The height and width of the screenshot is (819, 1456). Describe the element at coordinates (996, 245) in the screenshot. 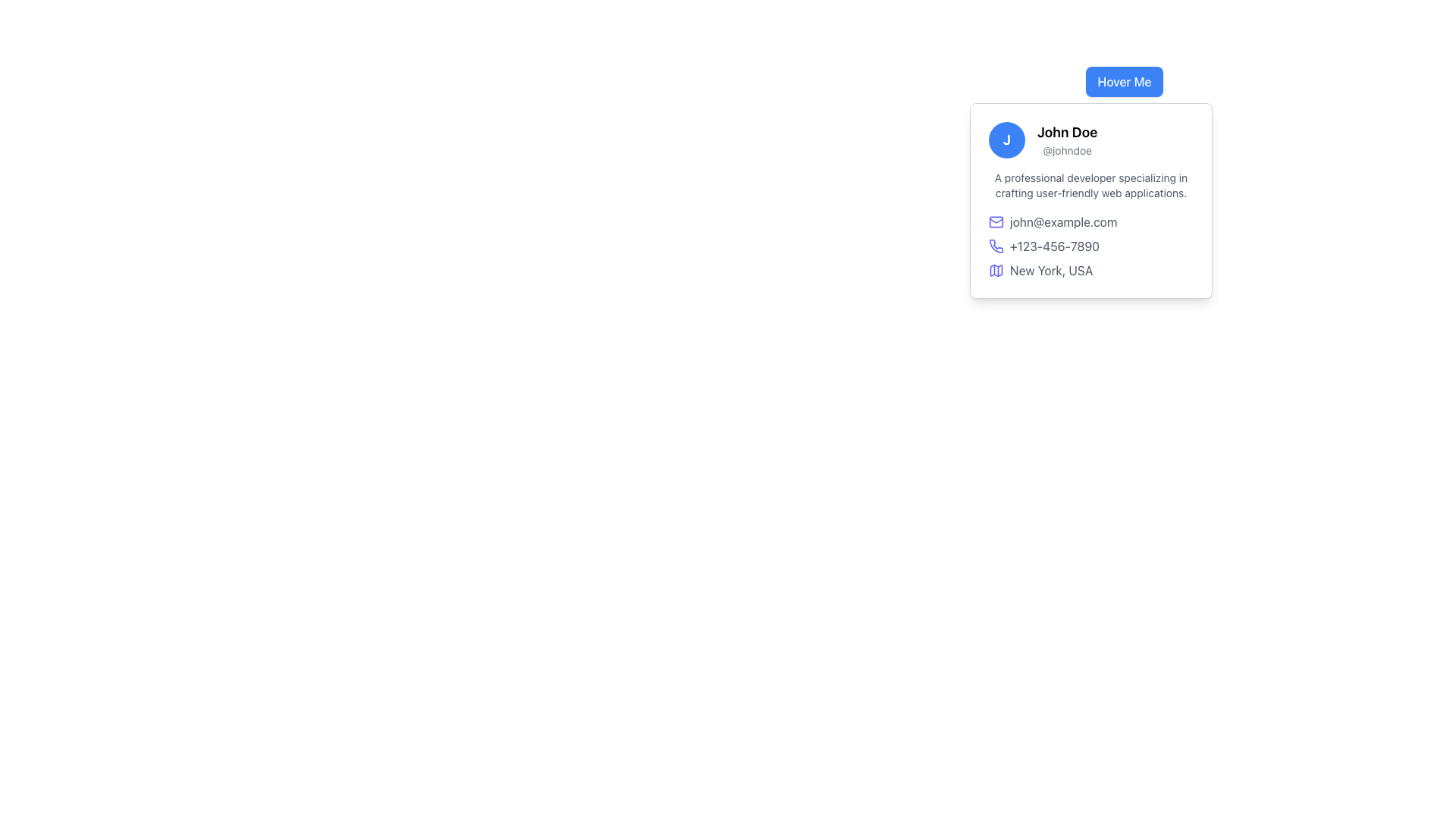

I see `the phone icon that indicates the nearby text represents a phone number, located under the 'Hover Me' button in the contact info card` at that location.